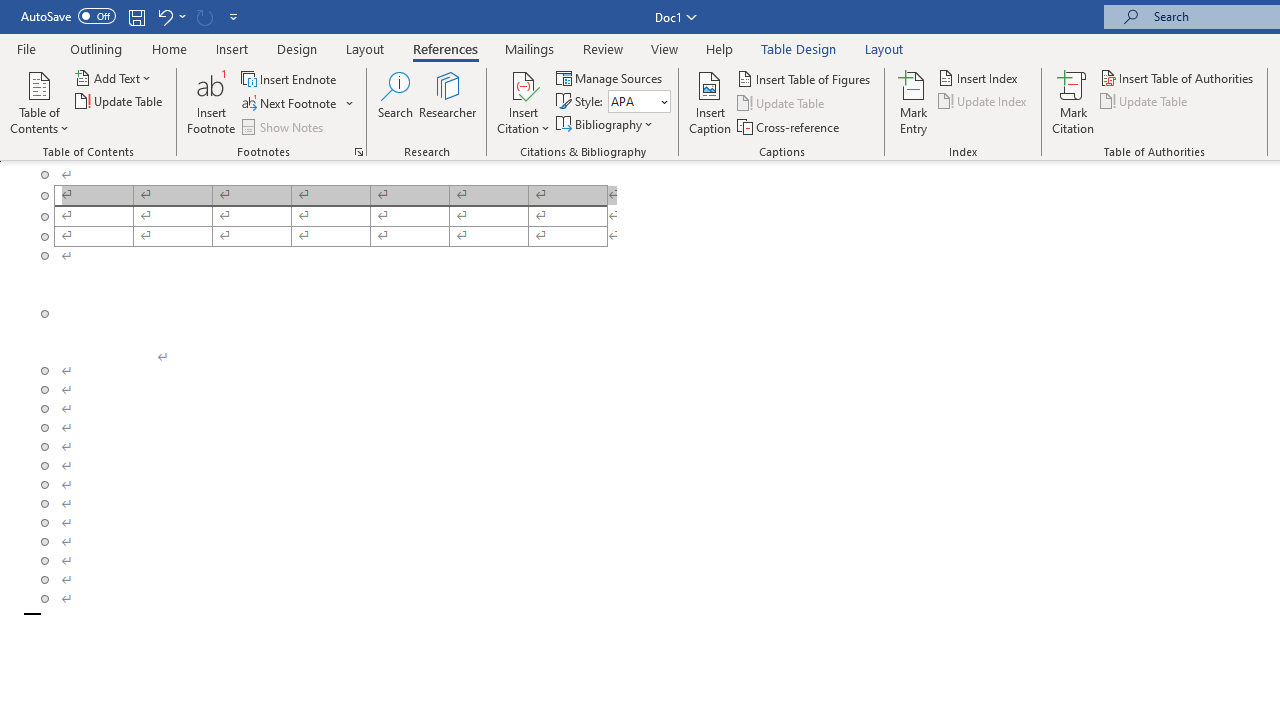 This screenshot has width=1280, height=720. Describe the element at coordinates (113, 77) in the screenshot. I see `'Add Text'` at that location.